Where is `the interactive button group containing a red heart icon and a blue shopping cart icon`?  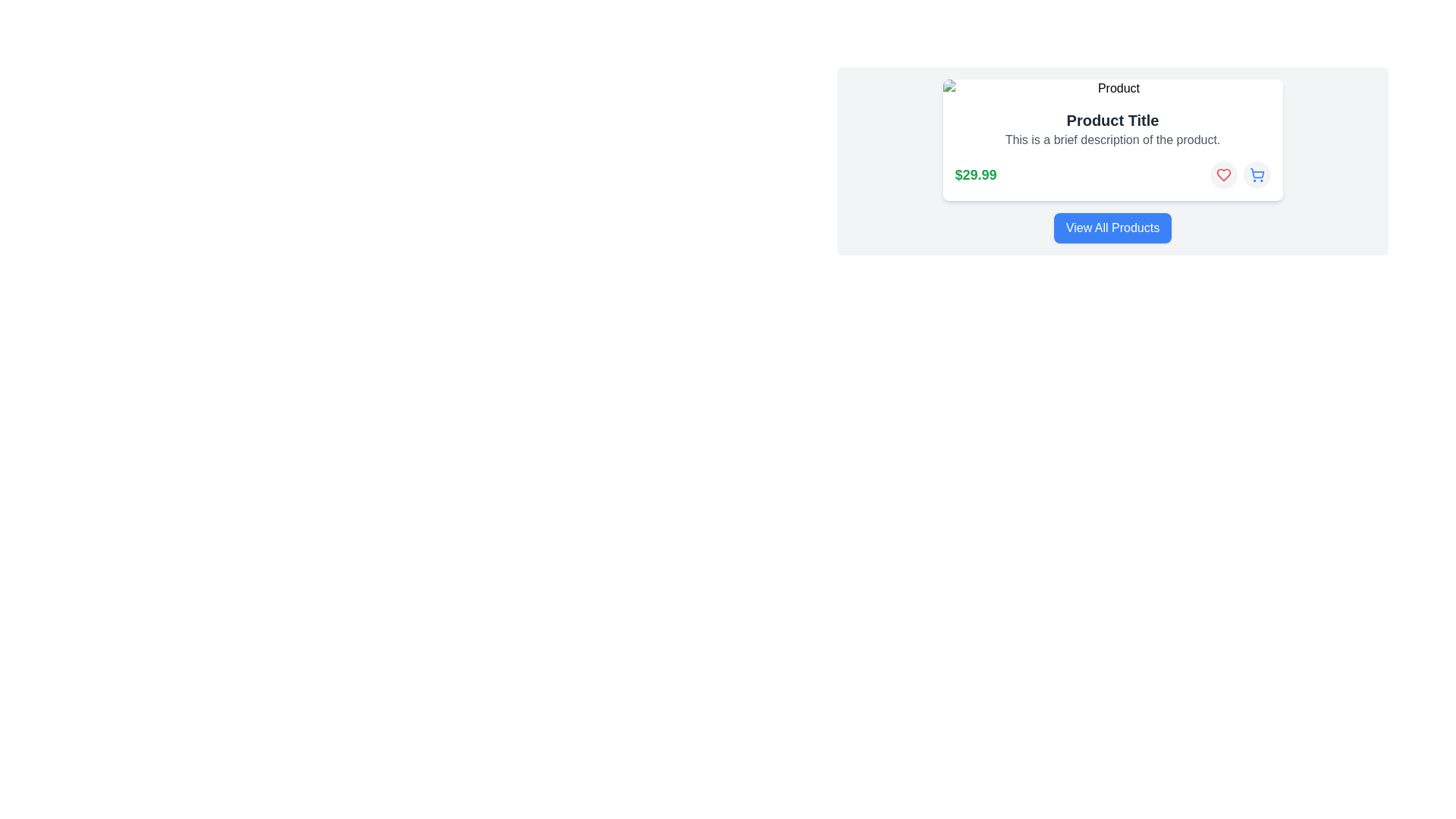 the interactive button group containing a red heart icon and a blue shopping cart icon is located at coordinates (1240, 174).